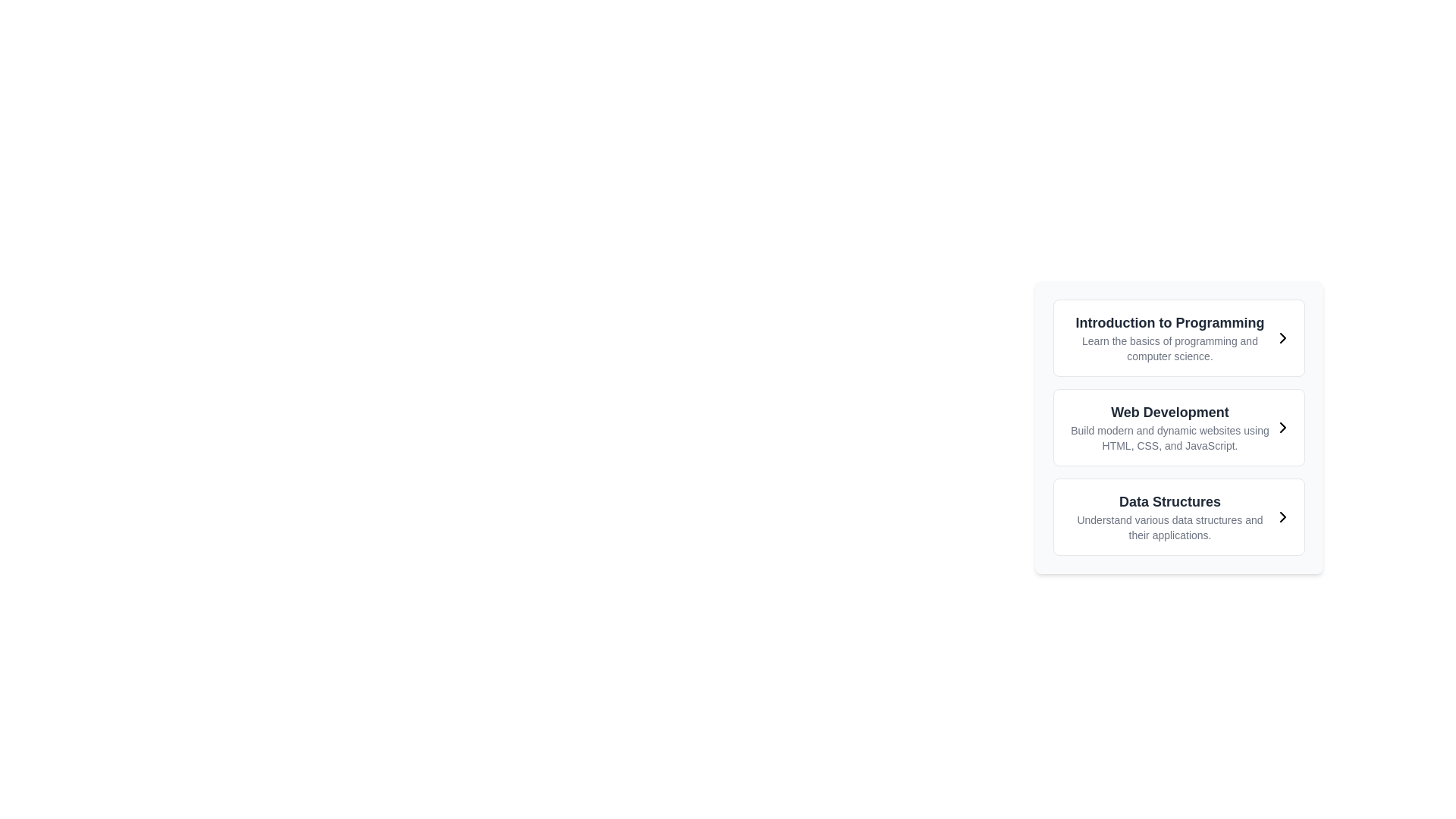 This screenshot has width=1456, height=819. I want to click on the list item containing the title 'Data Structures' and description 'Understand various data structures and their applications.' which is the last entry in a vertically stacked list, so click(1169, 516).